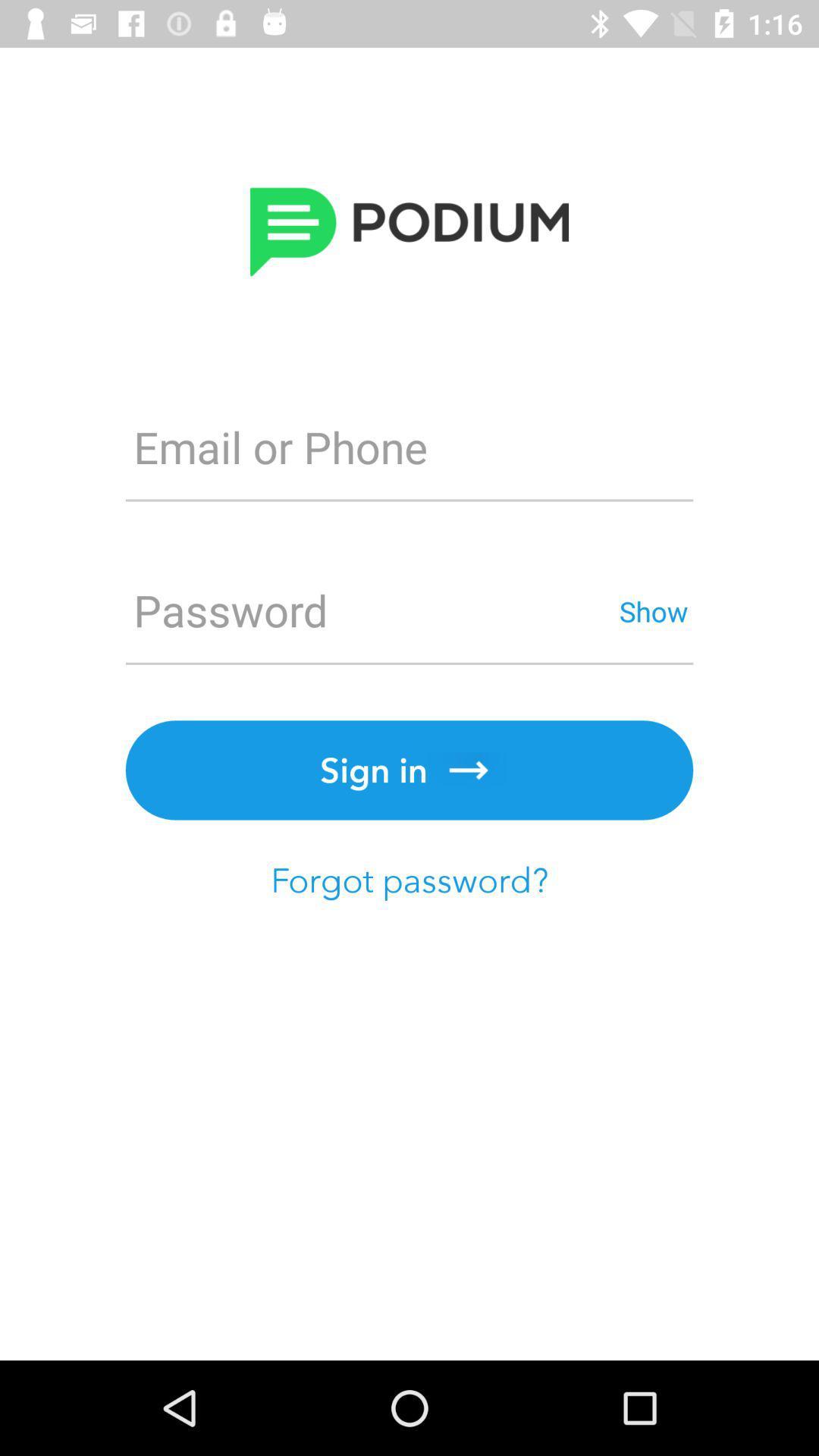 This screenshot has width=819, height=1456. I want to click on icon to the left of the show item, so click(369, 610).